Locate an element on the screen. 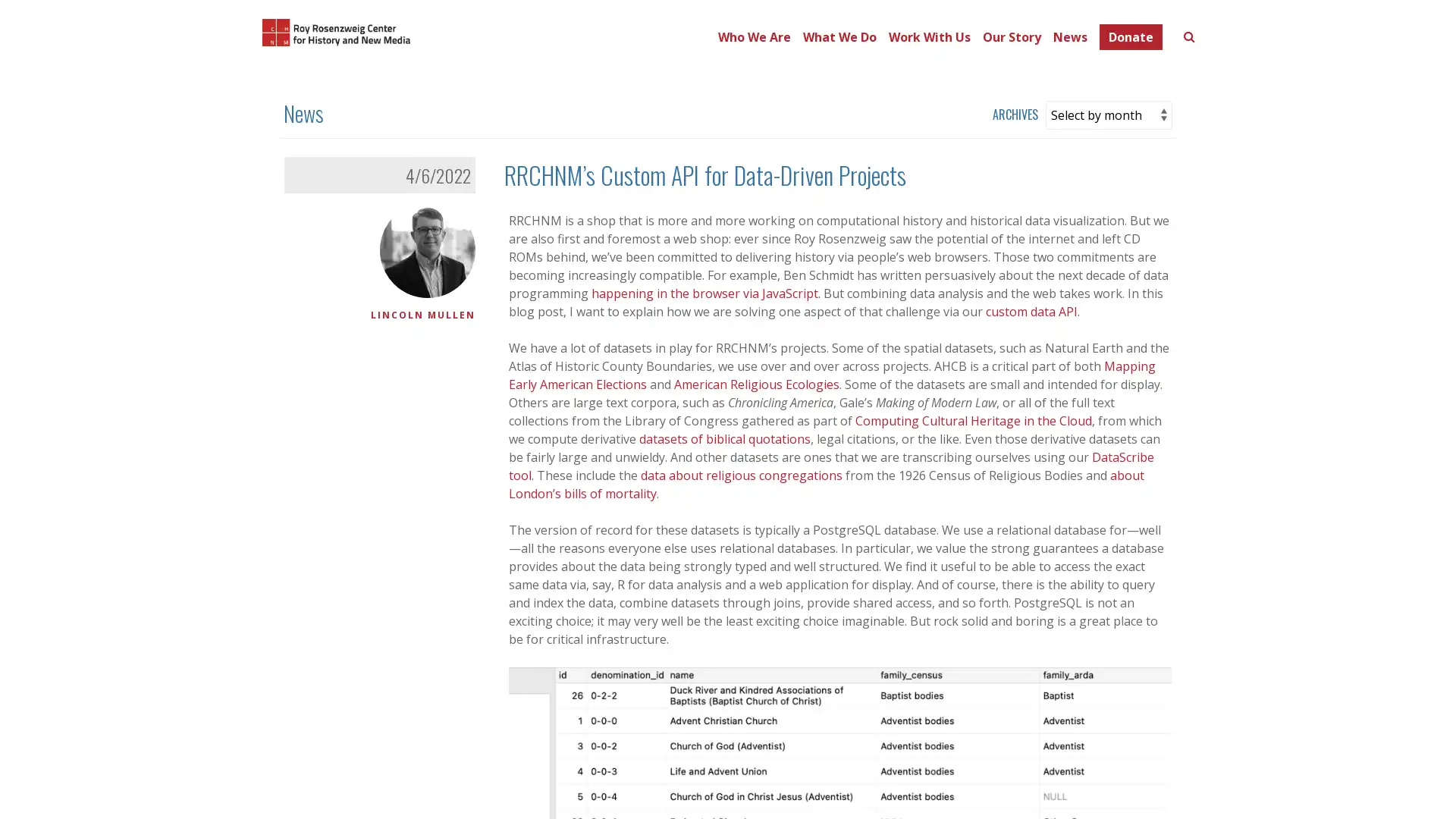 This screenshot has height=819, width=1456. Toggle search form is located at coordinates (1188, 36).